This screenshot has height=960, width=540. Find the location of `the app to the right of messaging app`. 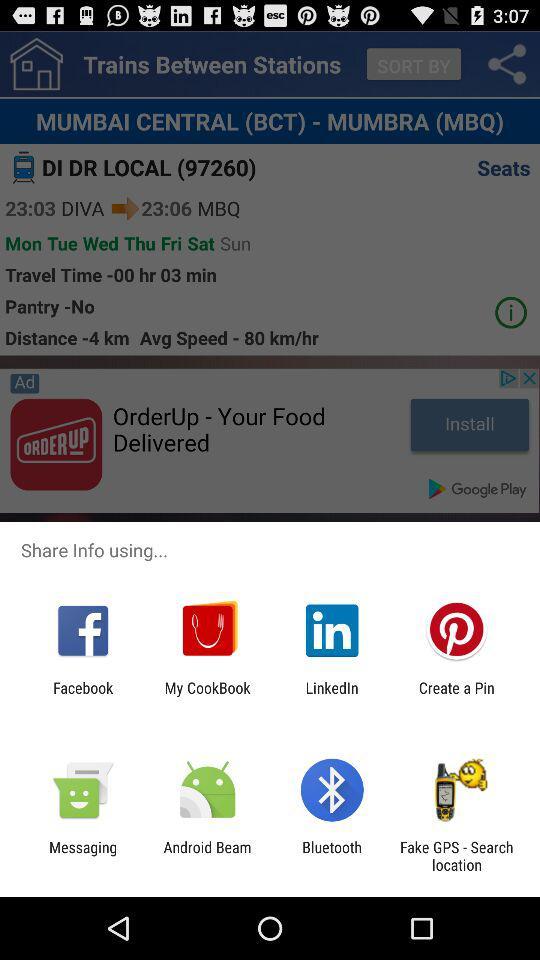

the app to the right of messaging app is located at coordinates (206, 855).